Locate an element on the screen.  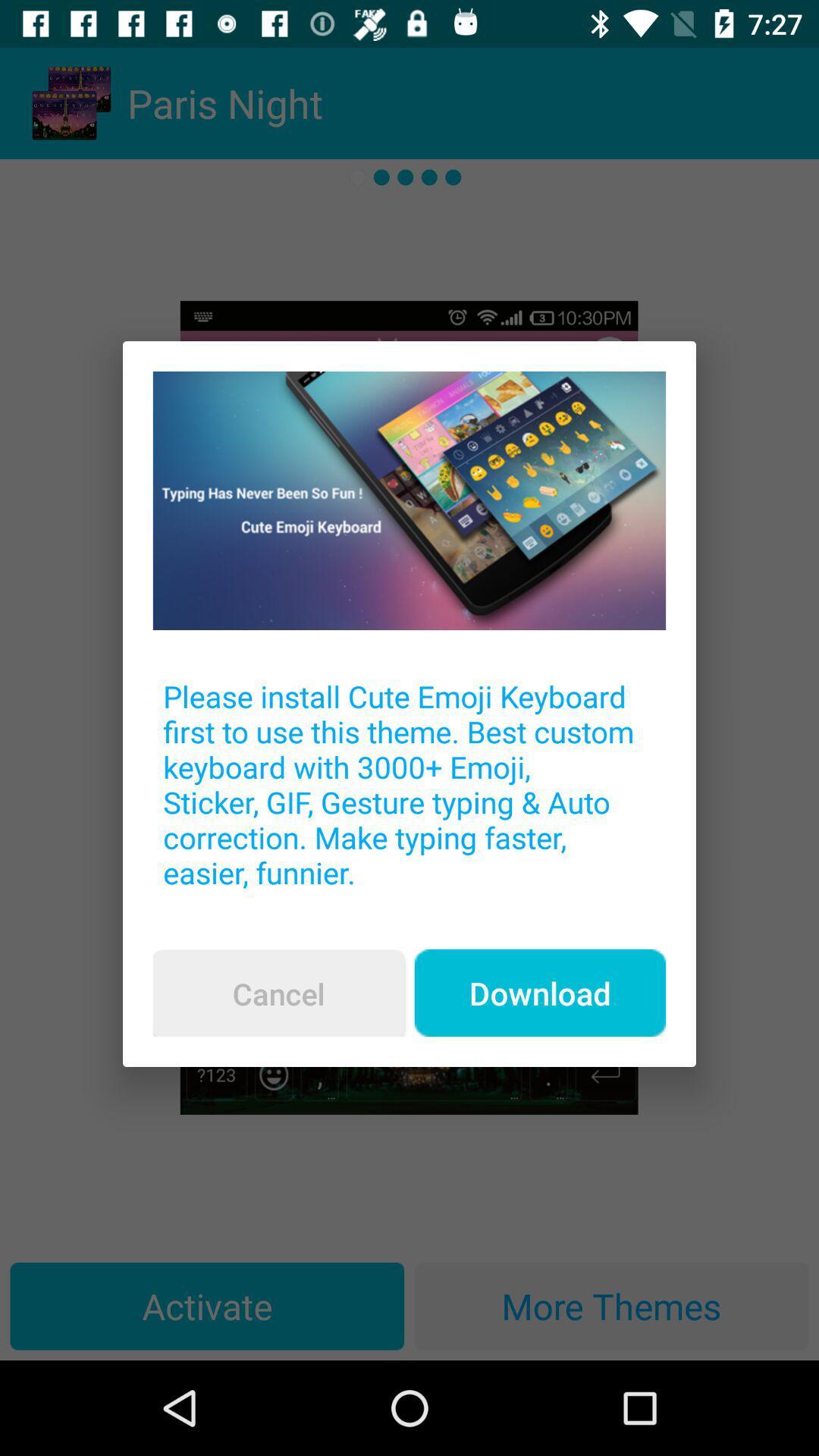
download item is located at coordinates (539, 993).